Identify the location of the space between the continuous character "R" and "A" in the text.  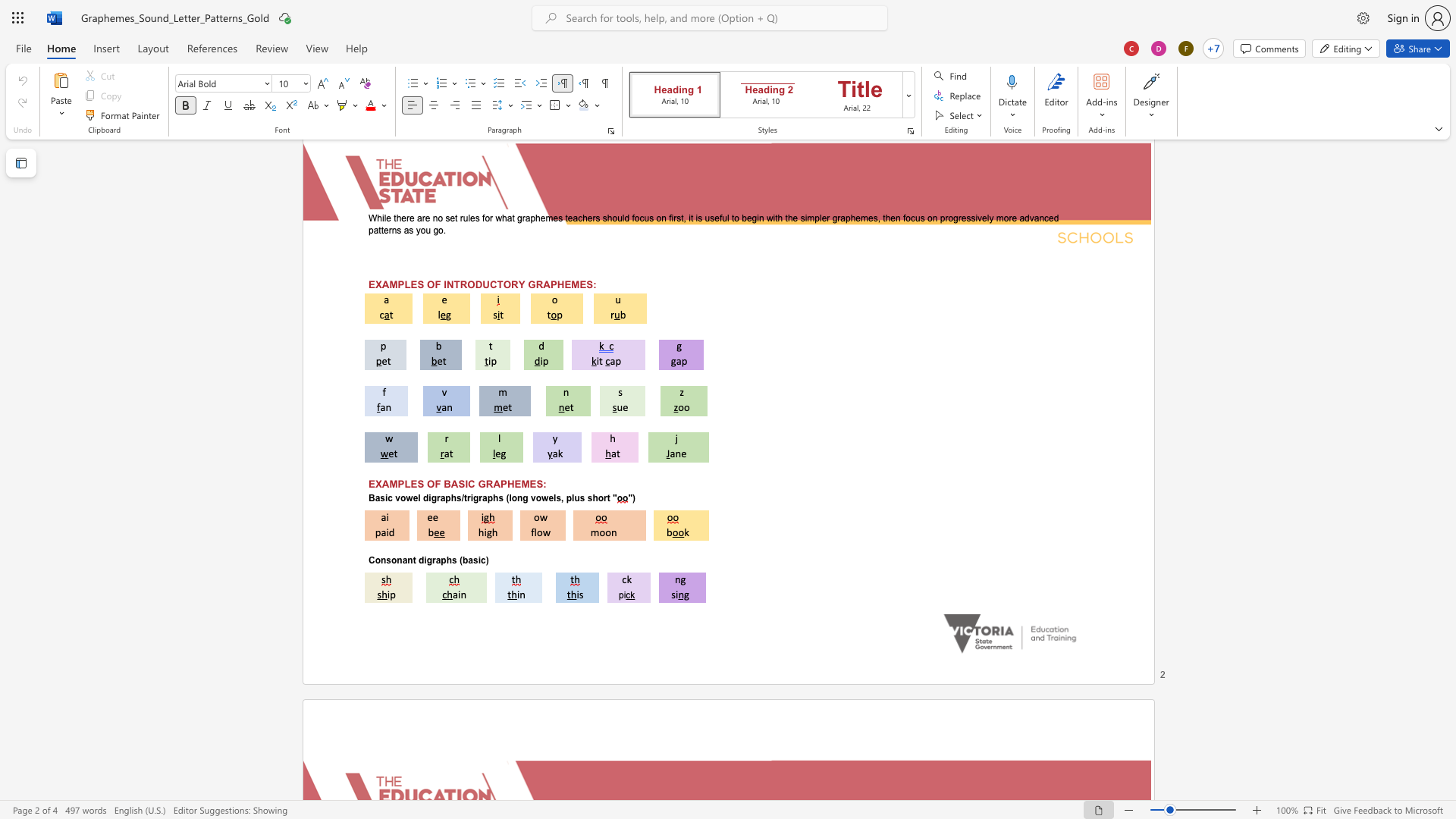
(493, 484).